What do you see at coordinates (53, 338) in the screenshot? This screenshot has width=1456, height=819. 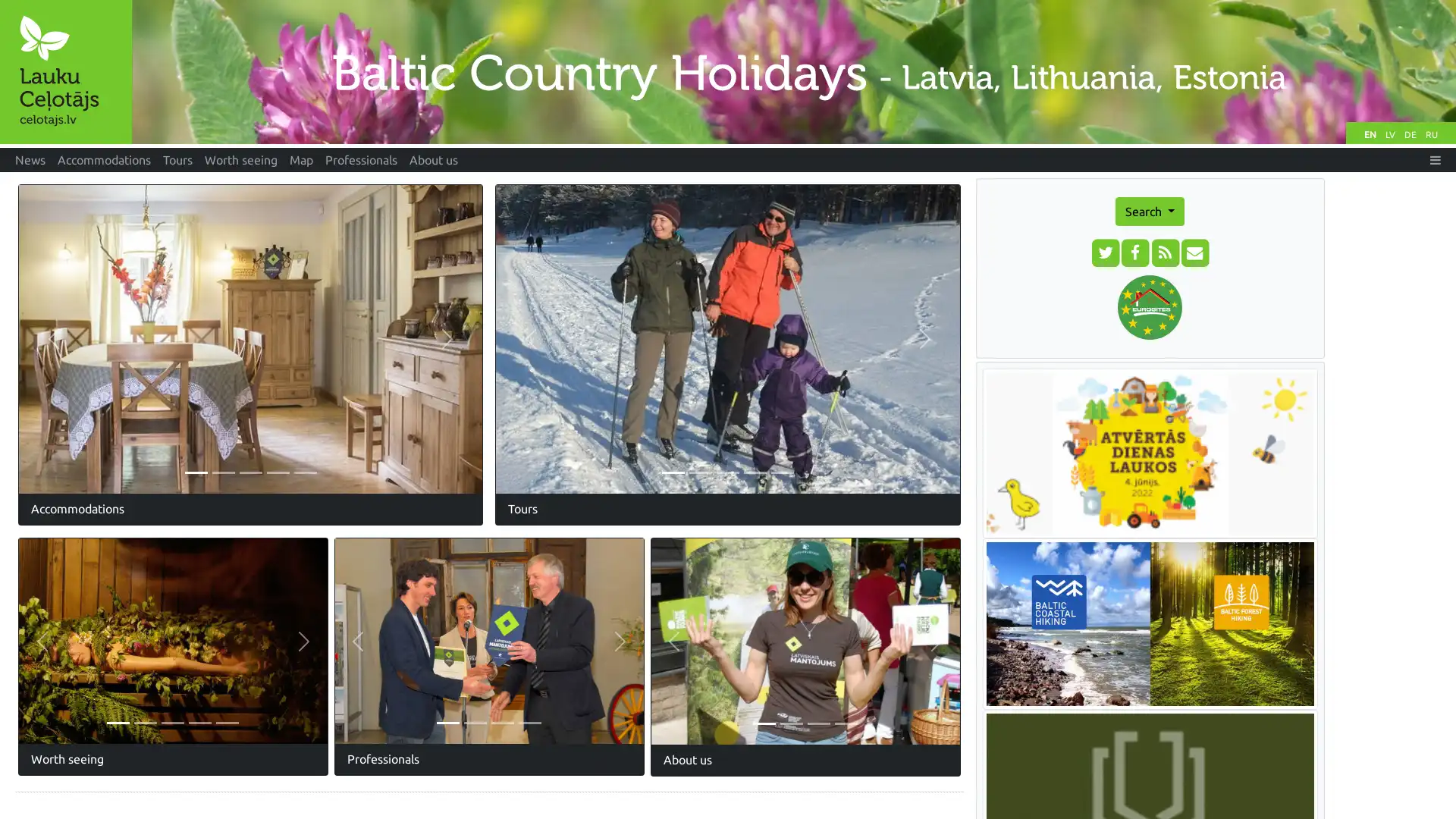 I see `Previous` at bounding box center [53, 338].